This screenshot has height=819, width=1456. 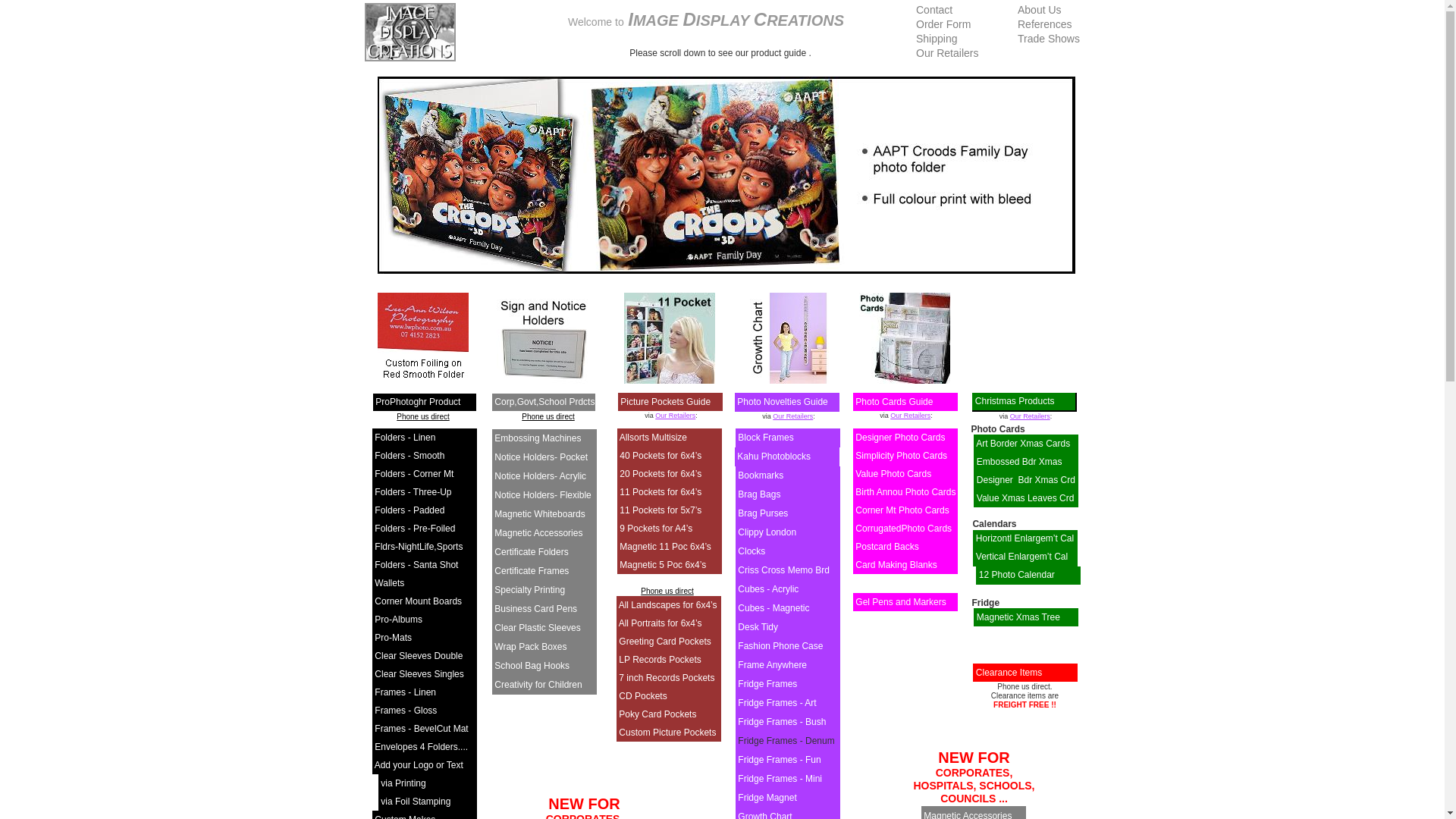 I want to click on 'Allsorts Multisize', so click(x=653, y=438).